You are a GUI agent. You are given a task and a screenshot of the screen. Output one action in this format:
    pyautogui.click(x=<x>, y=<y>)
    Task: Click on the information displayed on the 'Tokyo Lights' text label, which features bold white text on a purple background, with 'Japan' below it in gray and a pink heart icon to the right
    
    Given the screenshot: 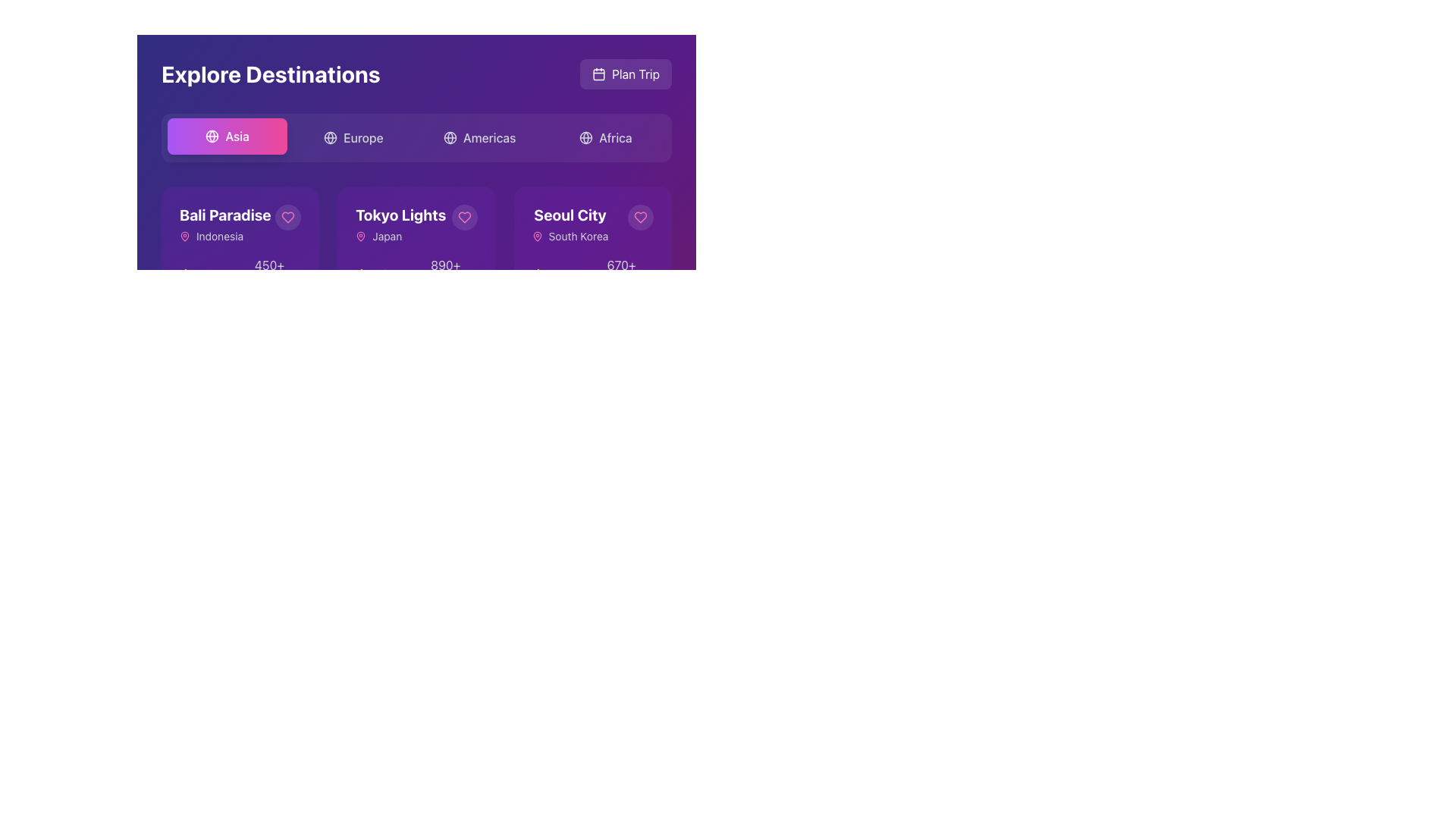 What is the action you would take?
    pyautogui.click(x=416, y=224)
    